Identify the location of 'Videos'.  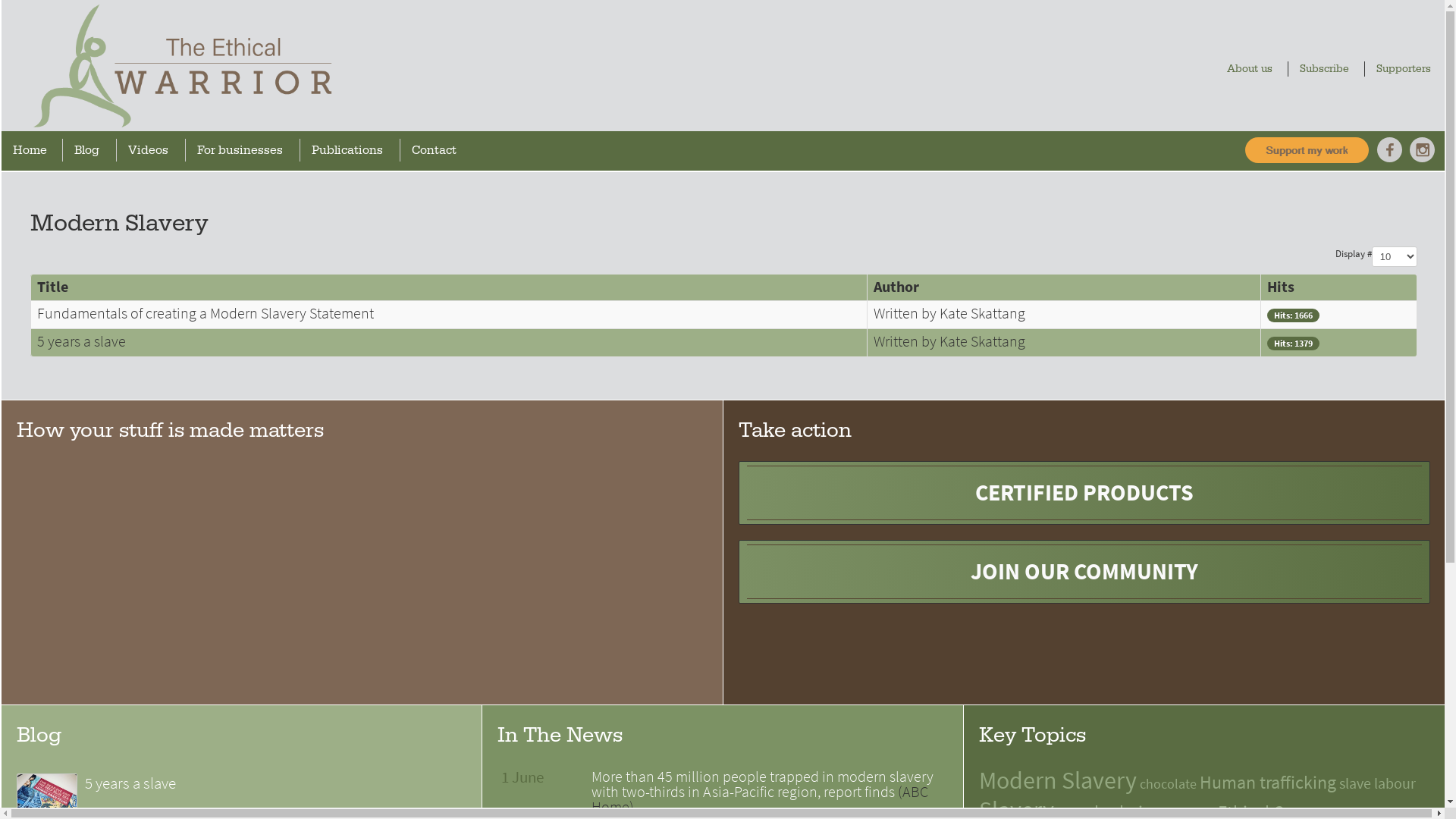
(152, 149).